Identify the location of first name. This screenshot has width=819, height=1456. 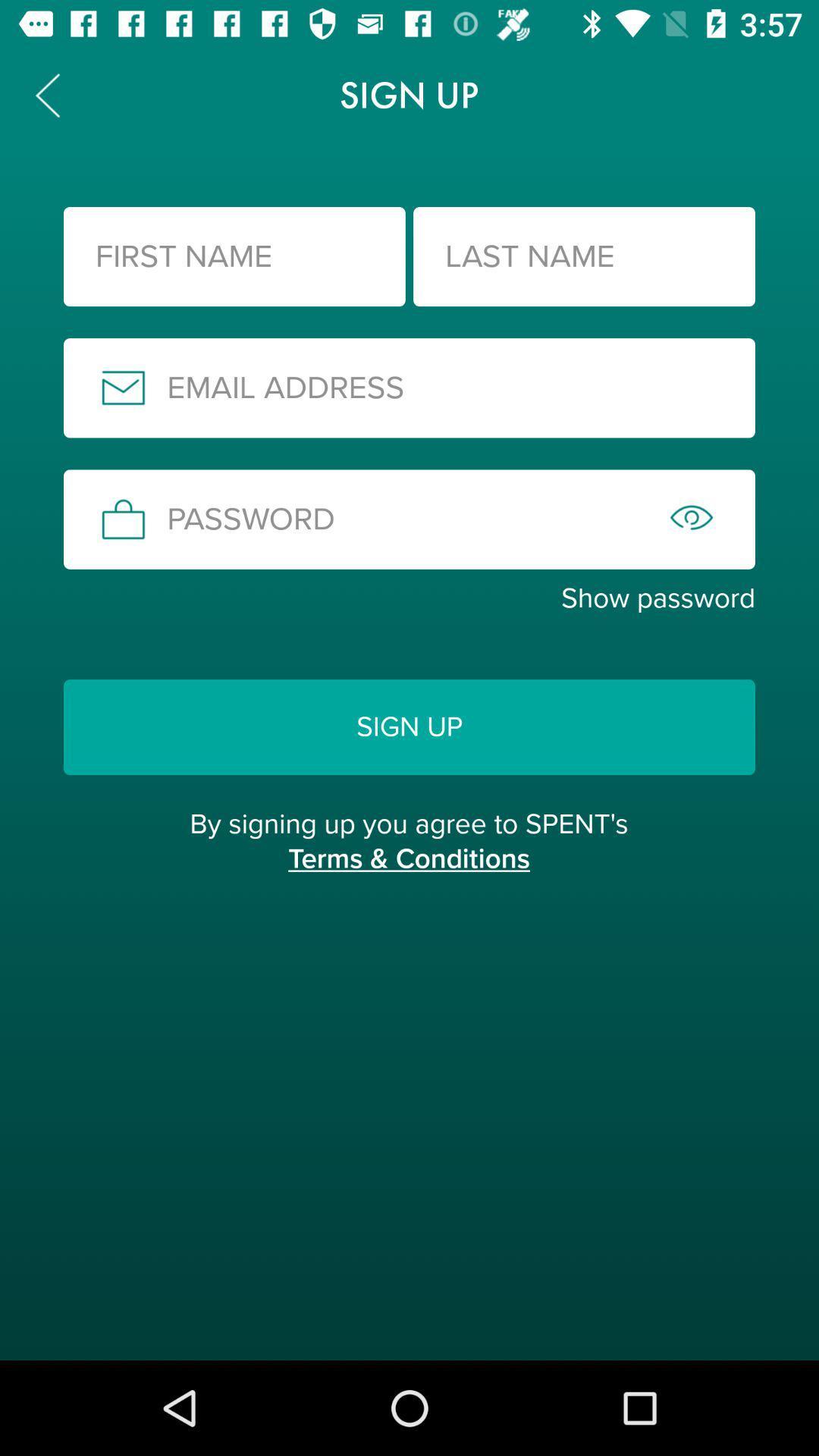
(234, 256).